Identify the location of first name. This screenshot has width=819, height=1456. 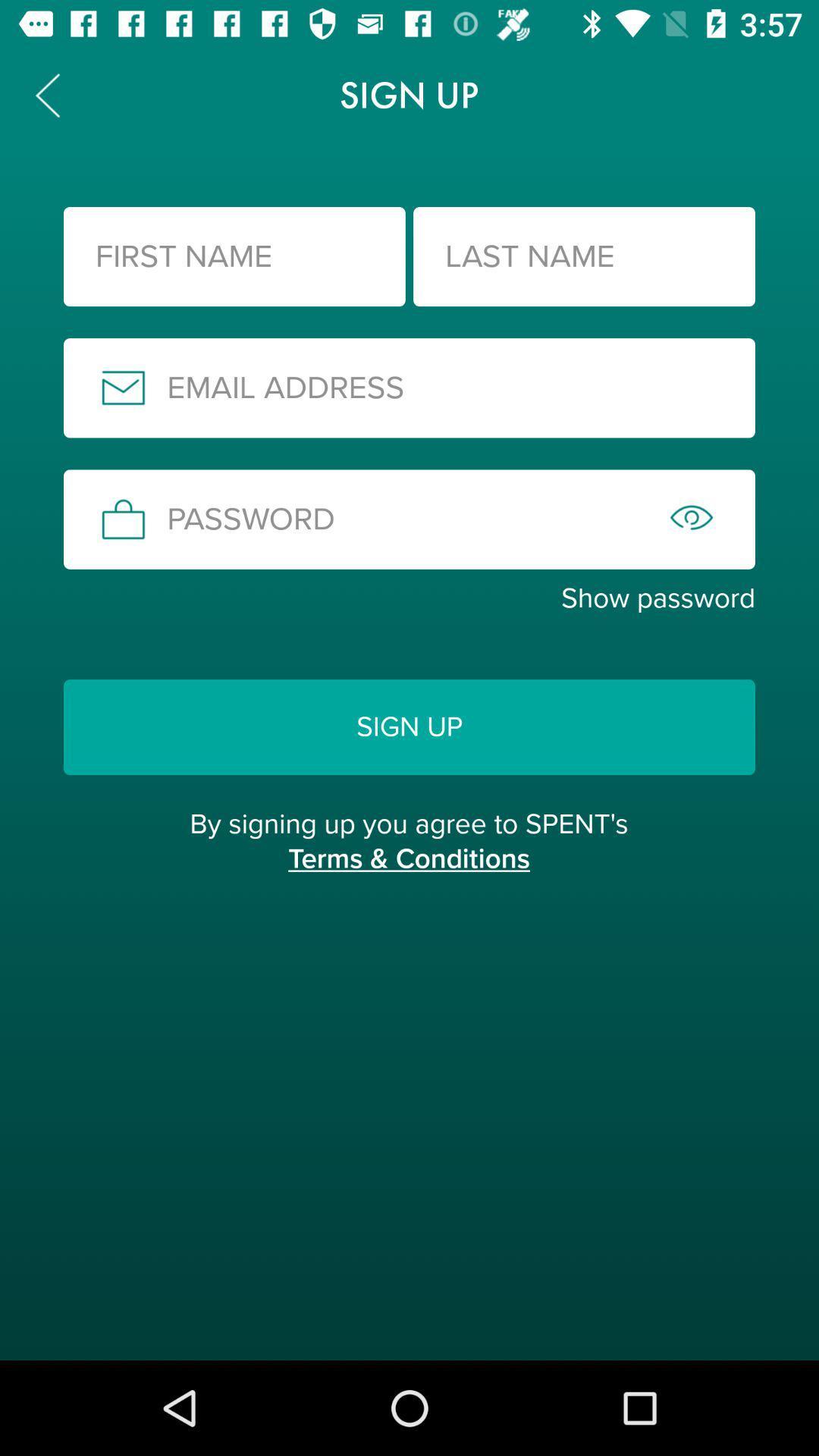
(234, 256).